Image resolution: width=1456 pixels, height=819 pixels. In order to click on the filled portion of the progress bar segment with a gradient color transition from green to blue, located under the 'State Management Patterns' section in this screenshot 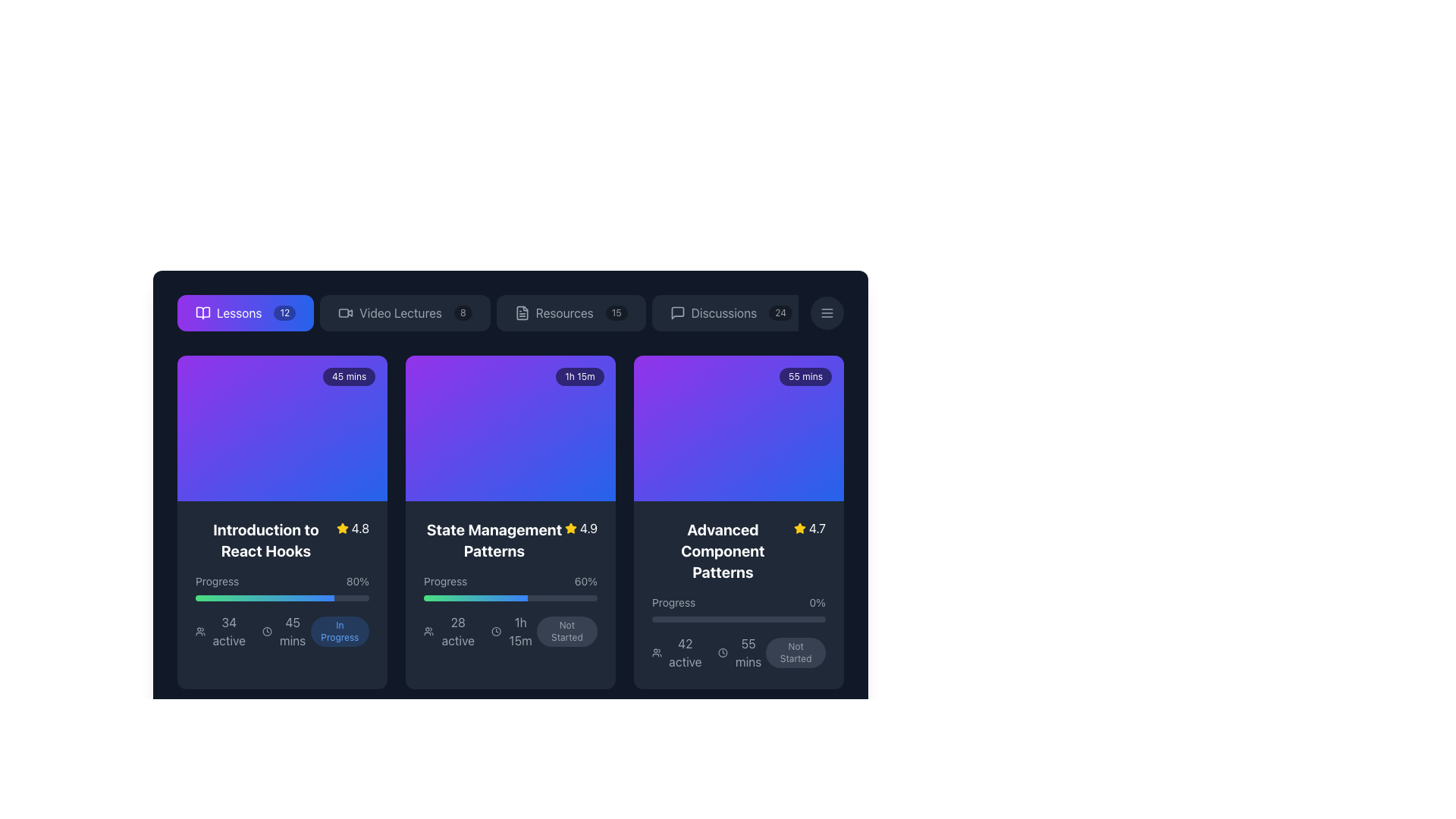, I will do `click(475, 598)`.